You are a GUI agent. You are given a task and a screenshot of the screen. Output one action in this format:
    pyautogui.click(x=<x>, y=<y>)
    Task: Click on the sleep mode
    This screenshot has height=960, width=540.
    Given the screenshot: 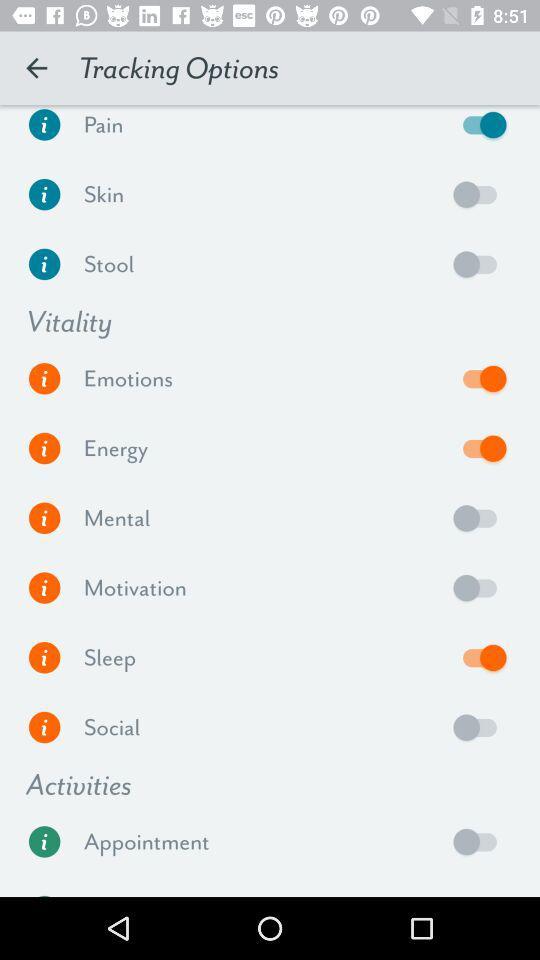 What is the action you would take?
    pyautogui.click(x=479, y=656)
    